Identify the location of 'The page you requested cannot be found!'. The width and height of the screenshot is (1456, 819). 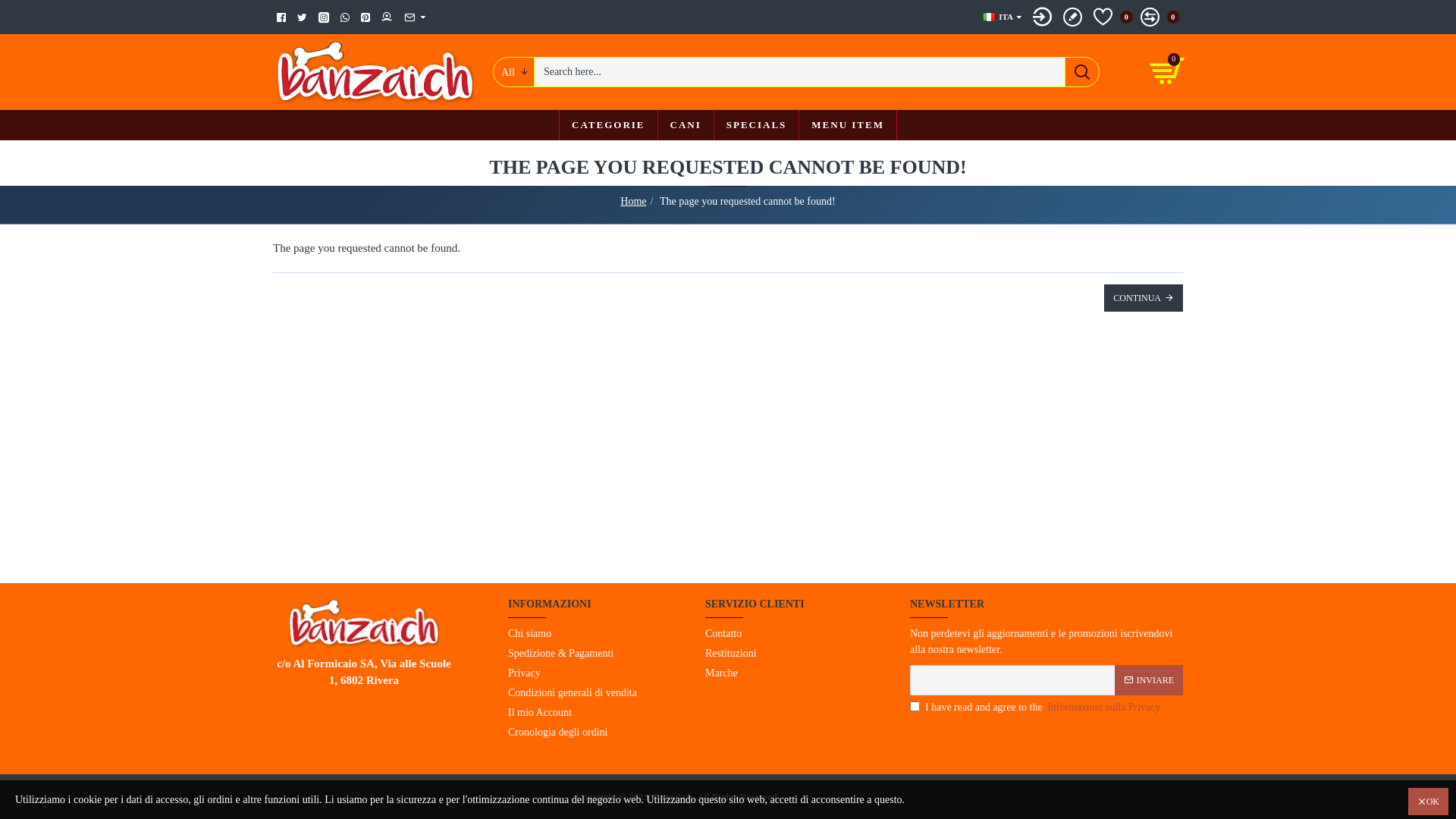
(747, 200).